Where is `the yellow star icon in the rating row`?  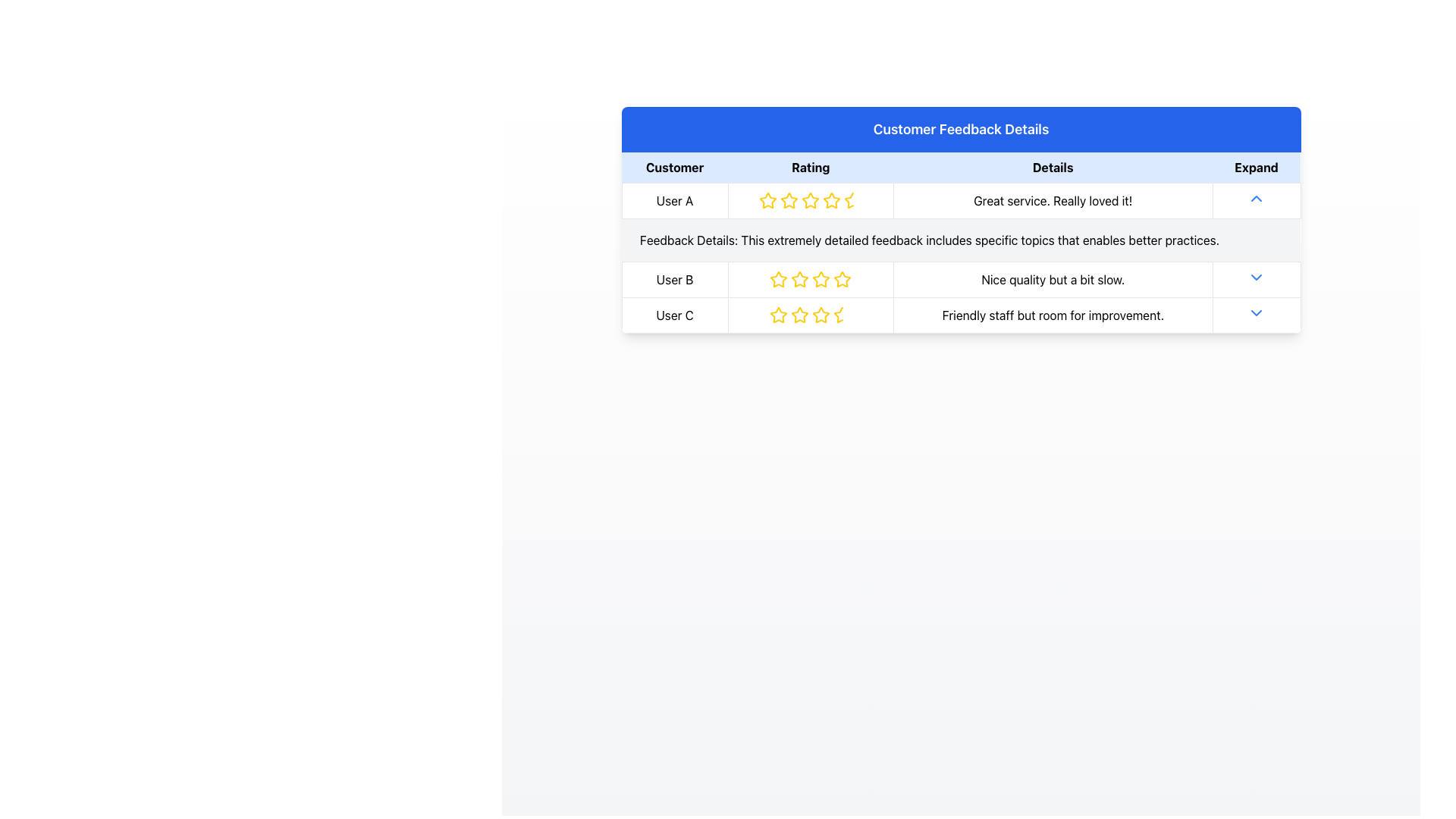
the yellow star icon in the rating row is located at coordinates (767, 199).